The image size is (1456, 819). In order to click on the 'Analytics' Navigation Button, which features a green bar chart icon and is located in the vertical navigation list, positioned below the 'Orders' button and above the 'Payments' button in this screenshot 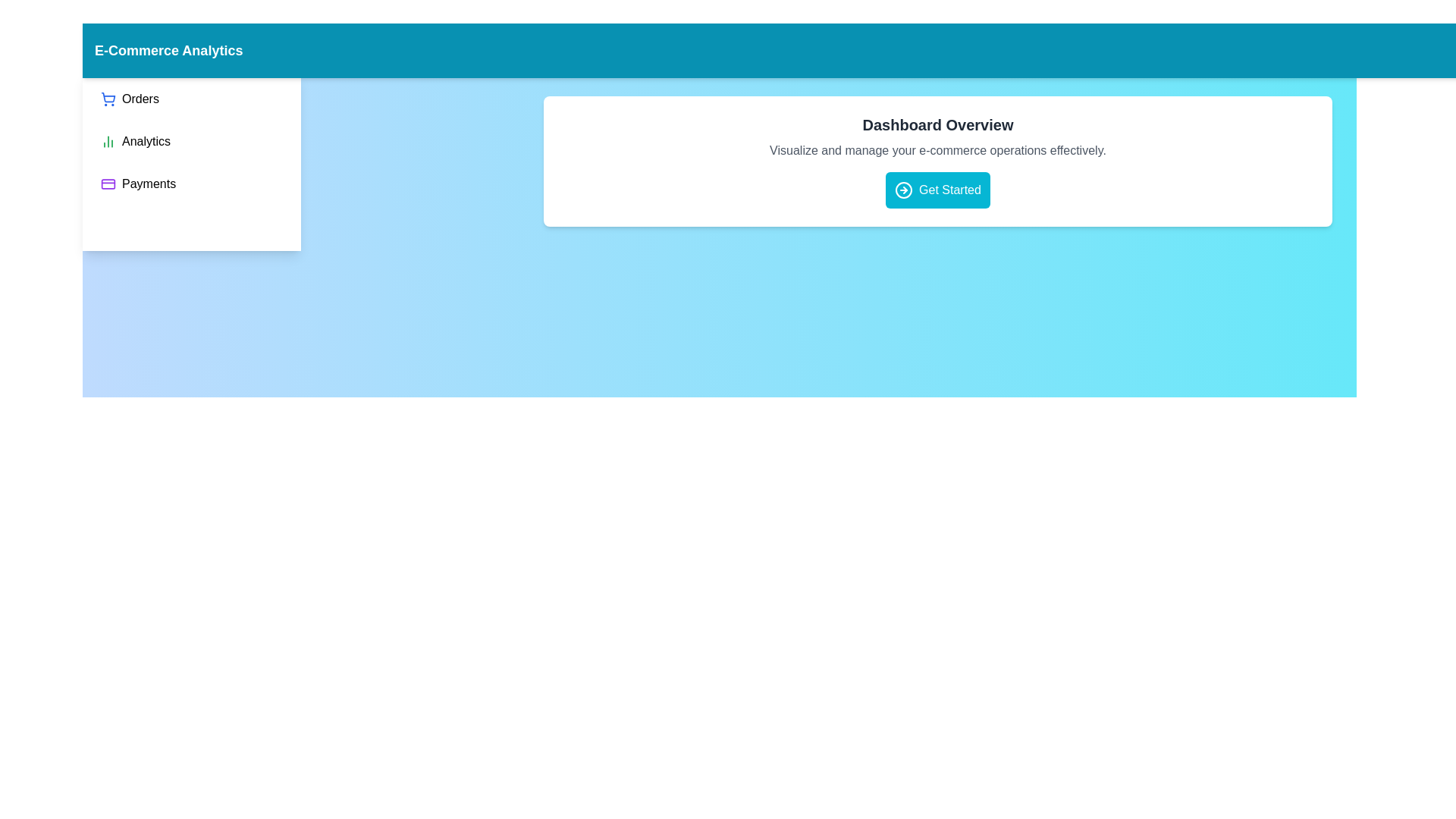, I will do `click(135, 141)`.